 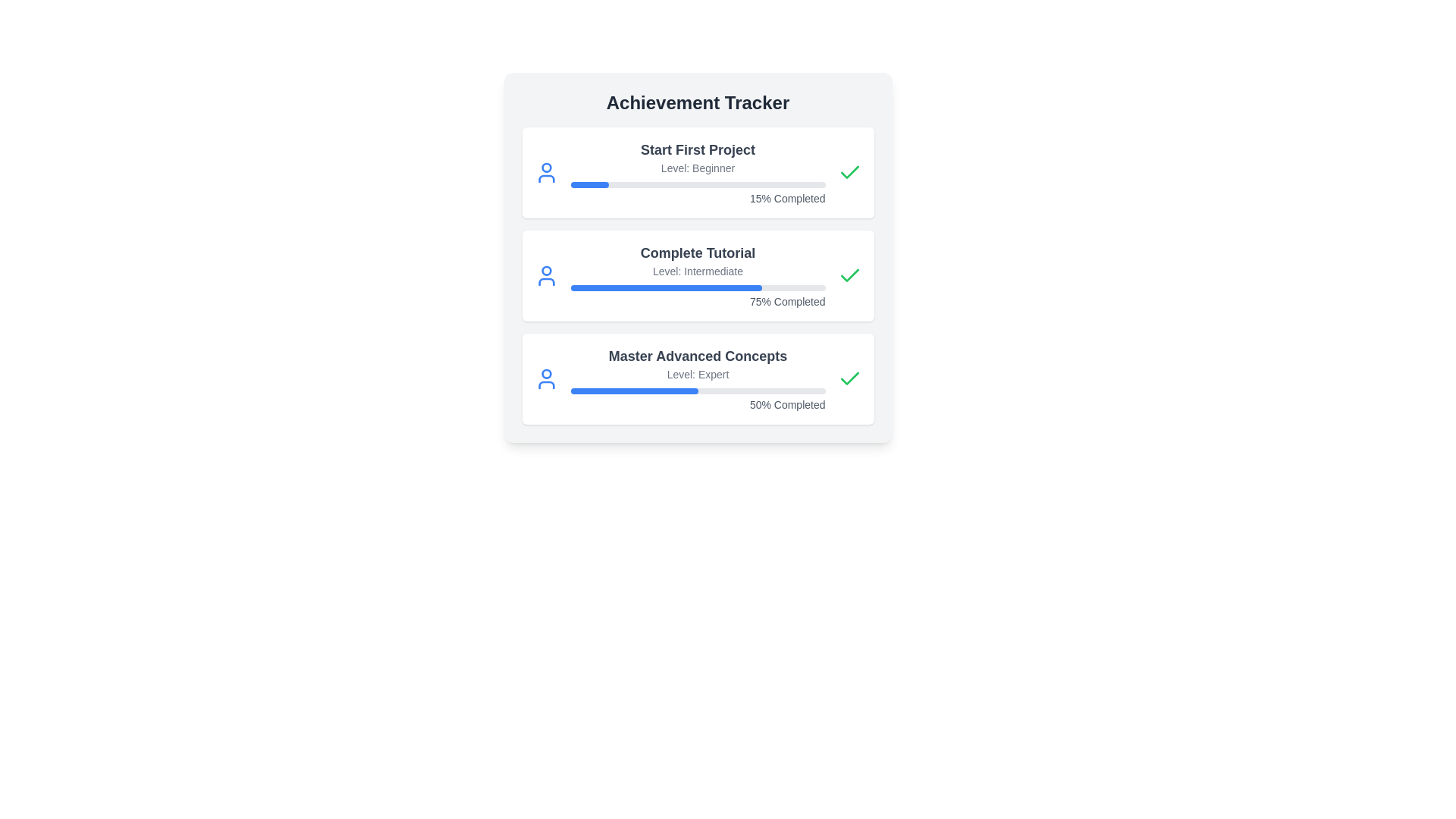 What do you see at coordinates (546, 270) in the screenshot?
I see `the blue circular graphic element representing the user's head in the user icon, located to the left of the 'Complete Tutorial' task in the achievement tracker interface` at bounding box center [546, 270].